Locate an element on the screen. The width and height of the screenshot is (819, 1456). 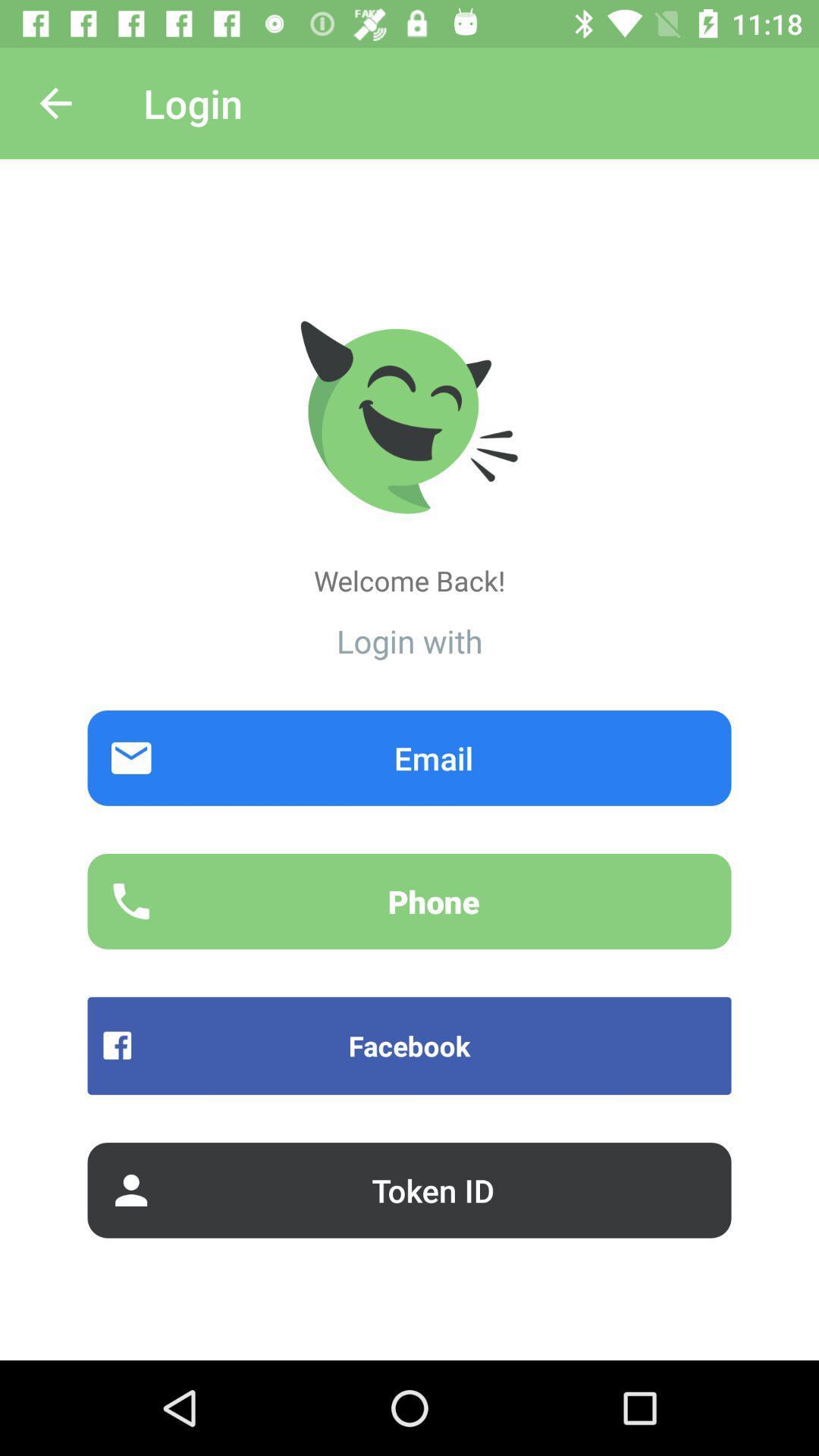
phone icon is located at coordinates (409, 901).